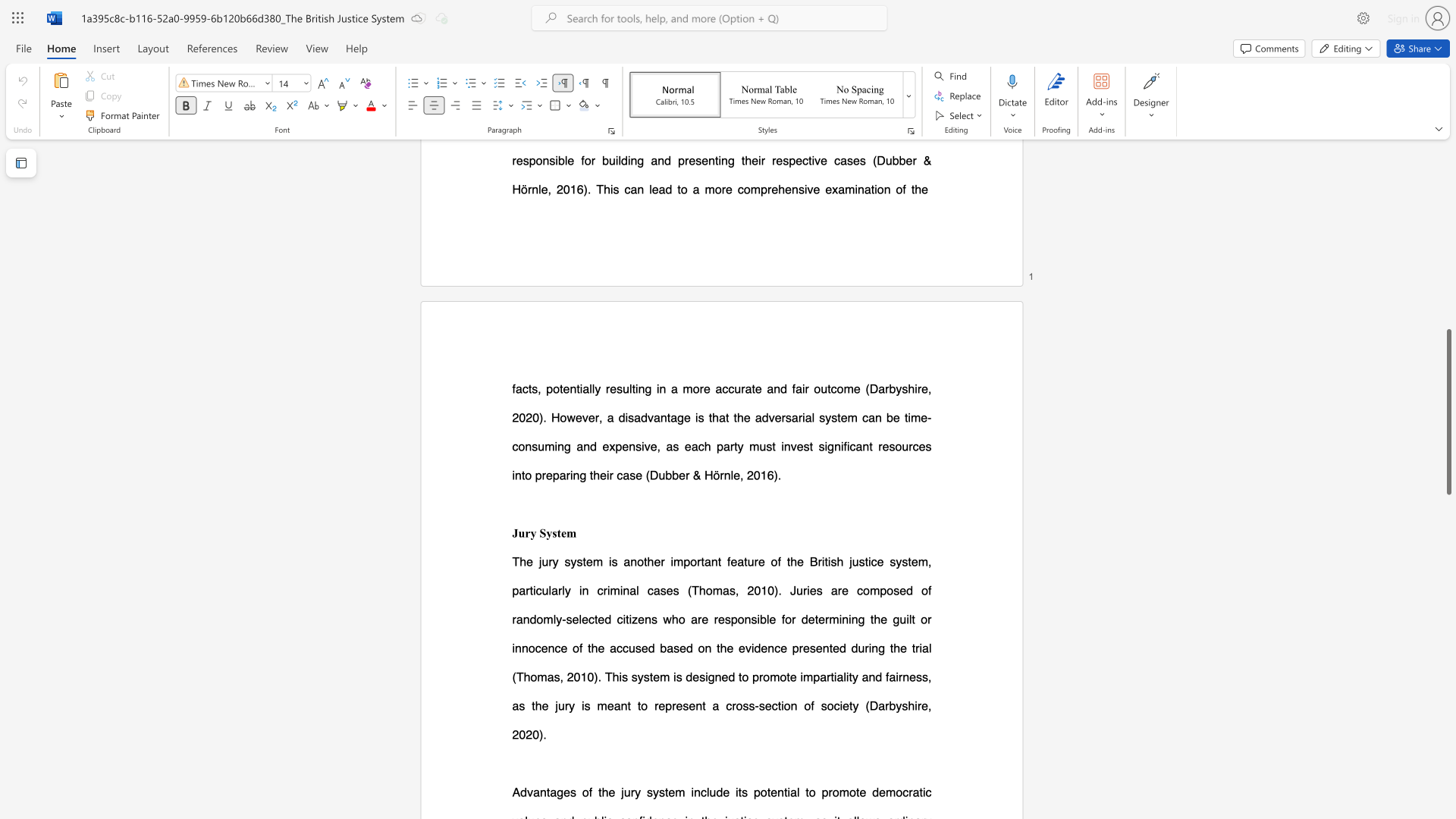 This screenshot has width=1456, height=819. What do you see at coordinates (1448, 76) in the screenshot?
I see `the side scrollbar to bring the page up` at bounding box center [1448, 76].